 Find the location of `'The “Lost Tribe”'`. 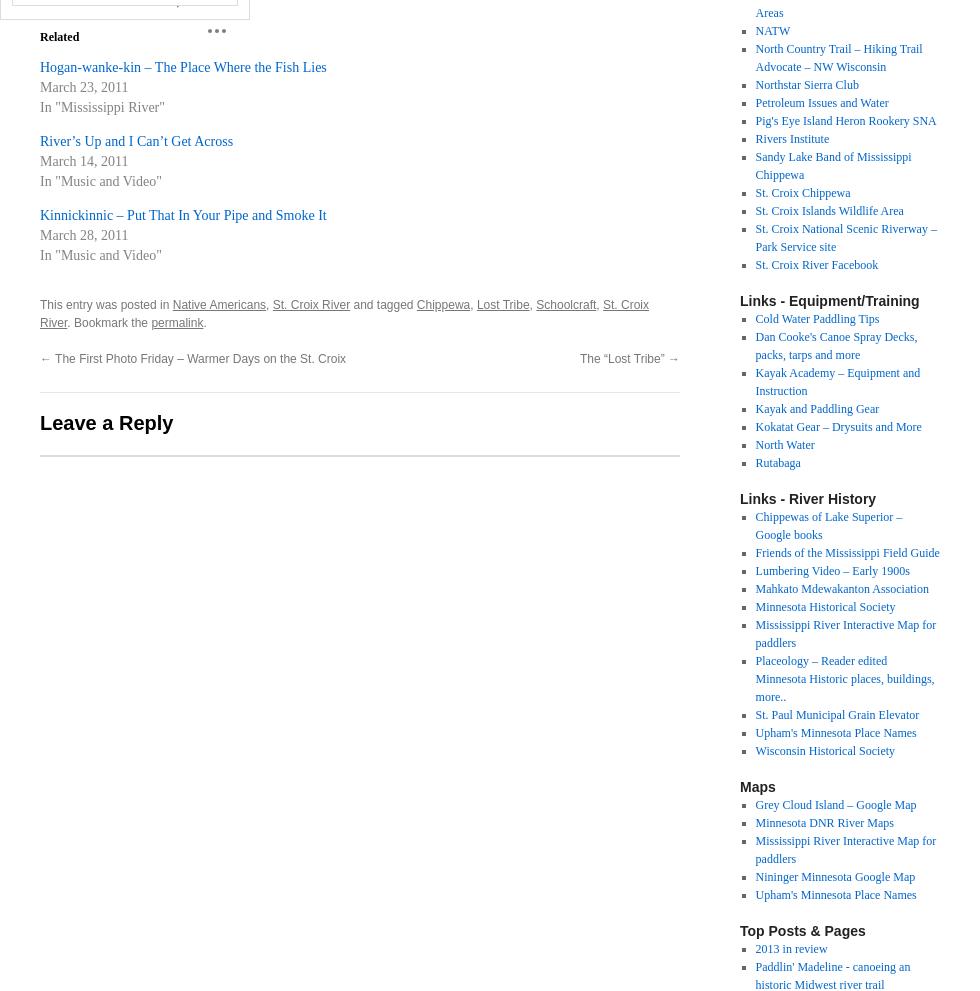

'The “Lost Tribe”' is located at coordinates (578, 358).